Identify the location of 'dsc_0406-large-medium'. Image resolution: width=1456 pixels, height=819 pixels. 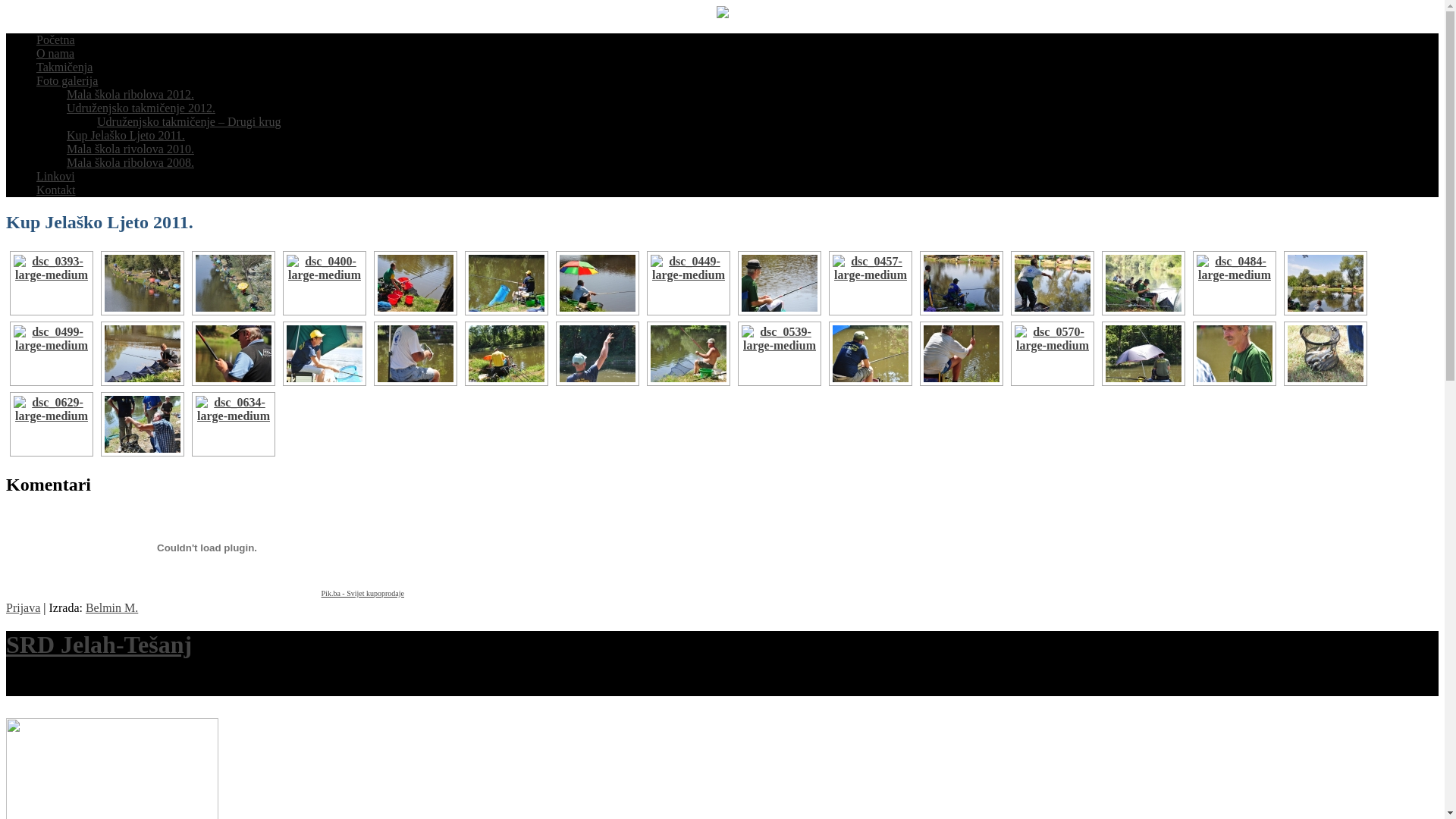
(415, 283).